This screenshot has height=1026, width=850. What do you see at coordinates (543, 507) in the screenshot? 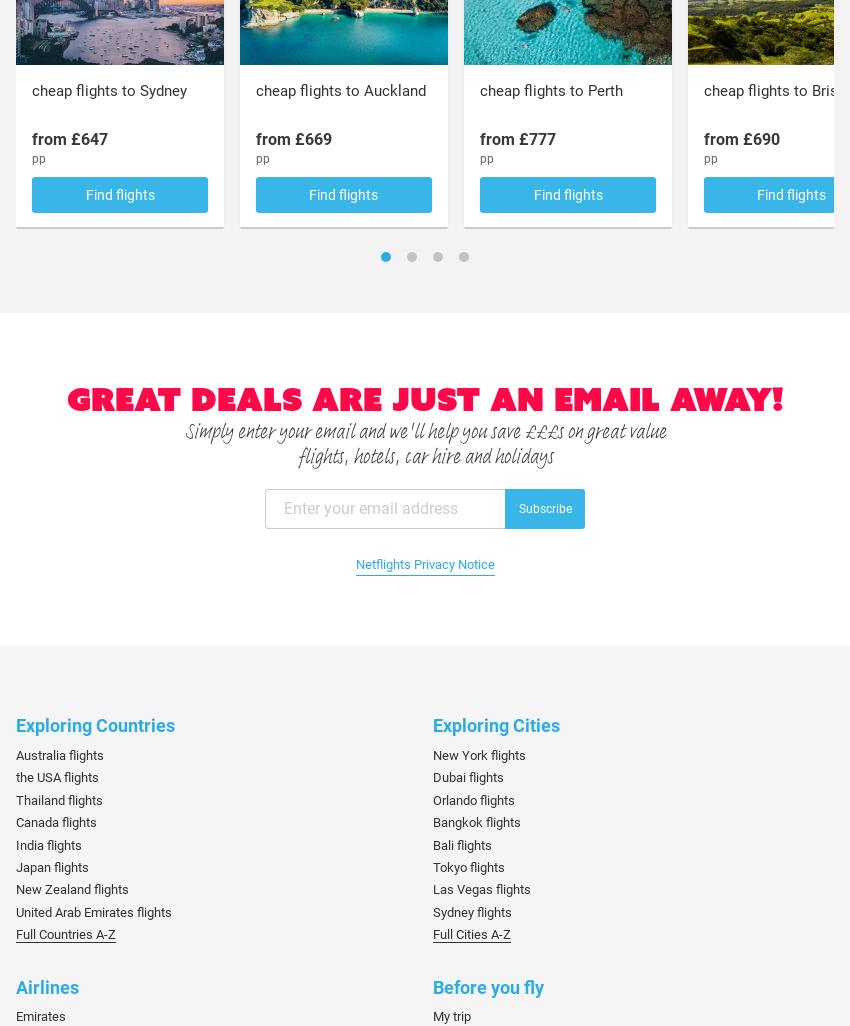
I see `'Subscribe'` at bounding box center [543, 507].